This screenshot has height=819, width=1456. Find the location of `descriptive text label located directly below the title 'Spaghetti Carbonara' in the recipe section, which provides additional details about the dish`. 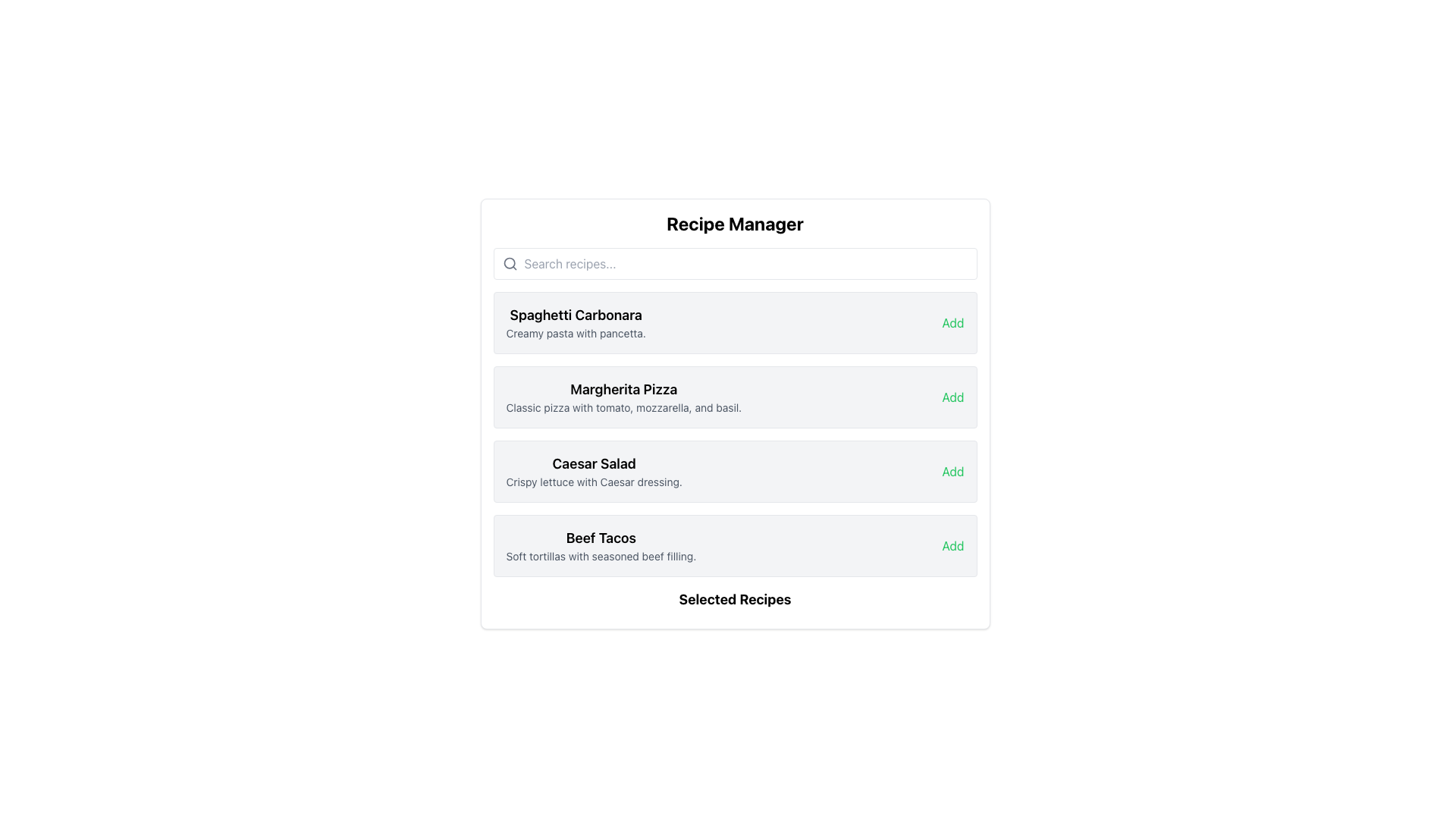

descriptive text label located directly below the title 'Spaghetti Carbonara' in the recipe section, which provides additional details about the dish is located at coordinates (575, 332).